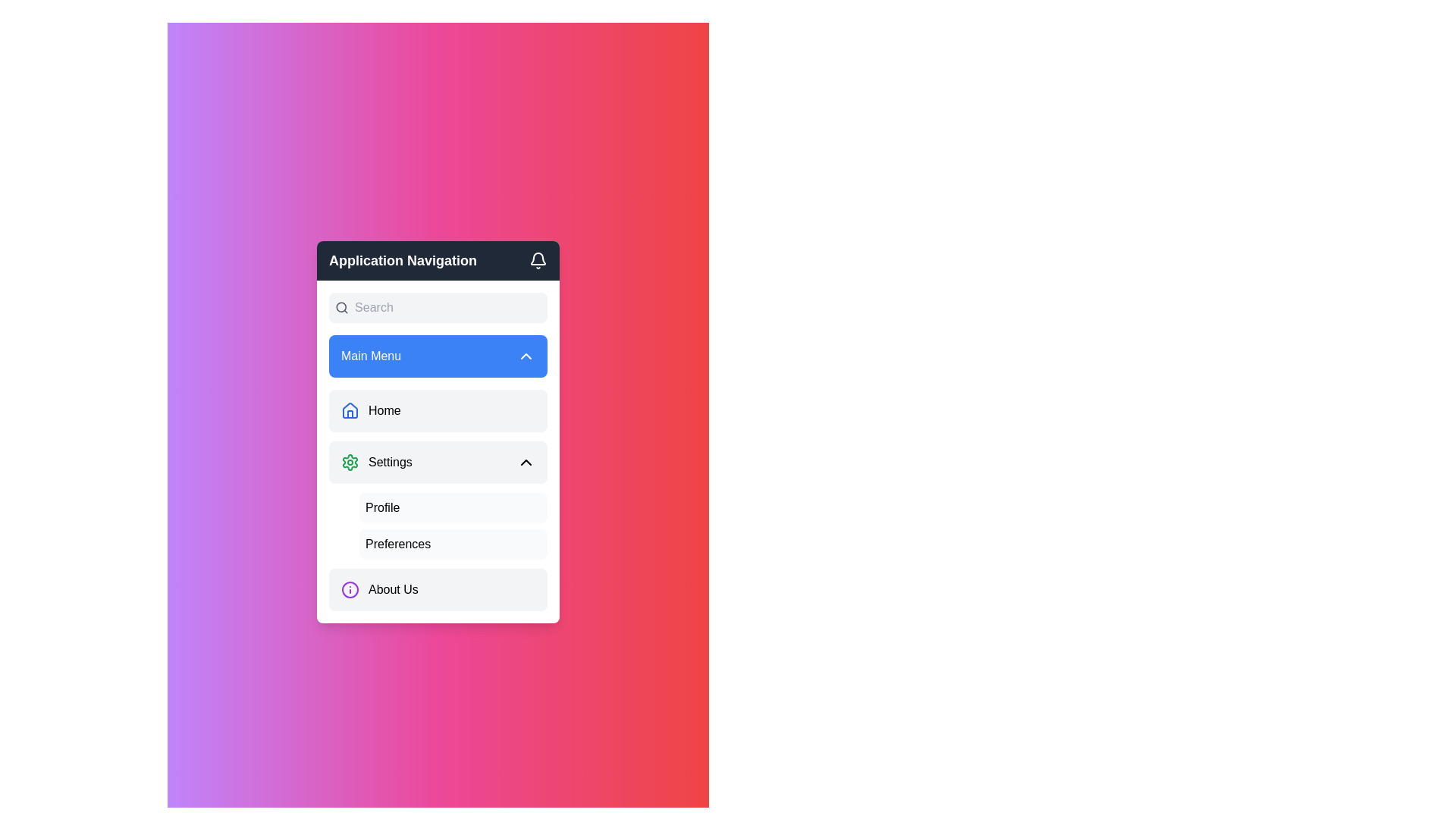 This screenshot has width=1456, height=819. Describe the element at coordinates (349, 589) in the screenshot. I see `the circular purple icon rendered in SVG format that is left-aligned within the 'About Us' item at the bottom of the menu list in the application navigation panel` at that location.